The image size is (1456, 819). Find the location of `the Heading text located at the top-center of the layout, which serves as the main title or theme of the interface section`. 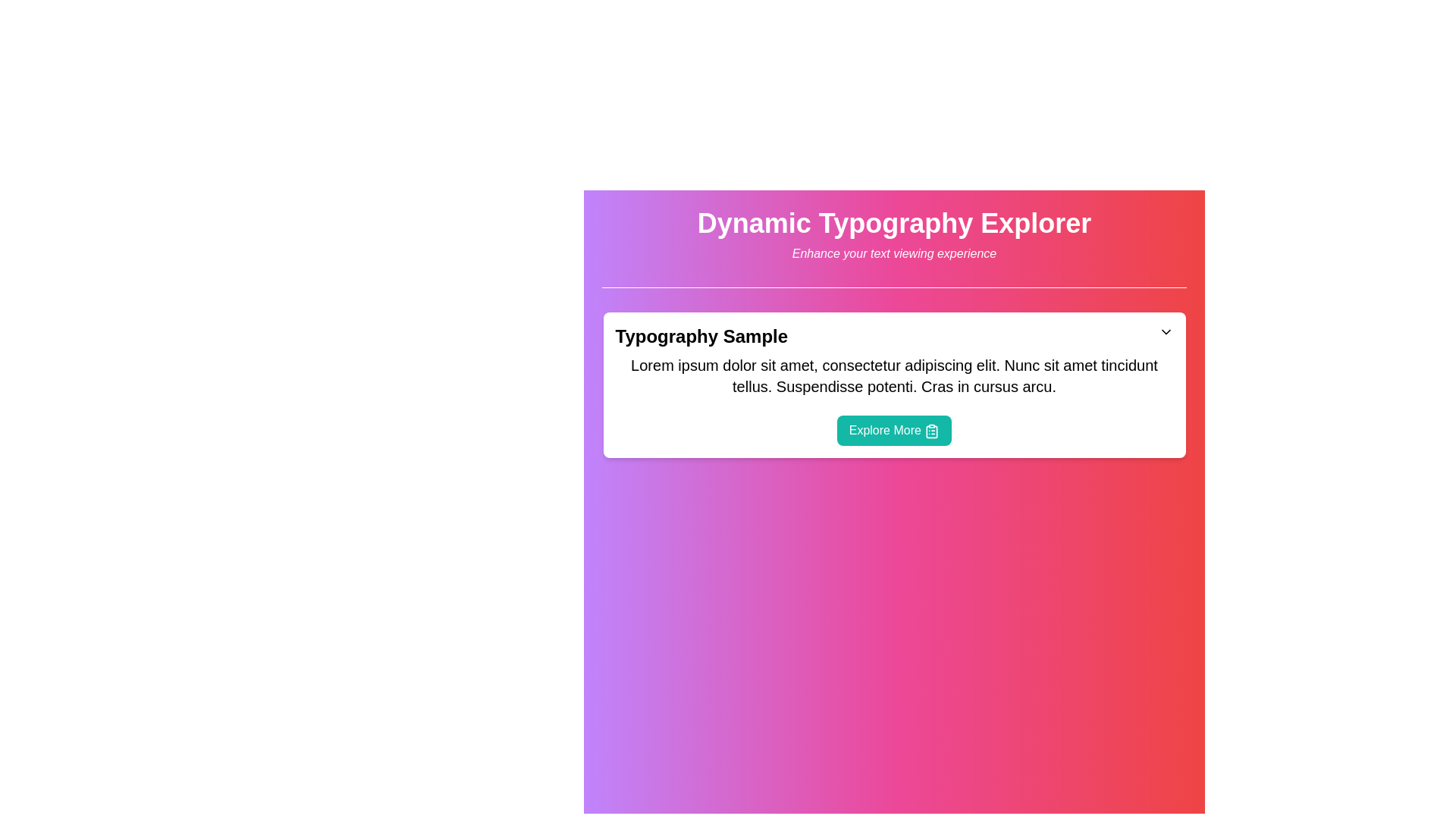

the Heading text located at the top-center of the layout, which serves as the main title or theme of the interface section is located at coordinates (894, 223).